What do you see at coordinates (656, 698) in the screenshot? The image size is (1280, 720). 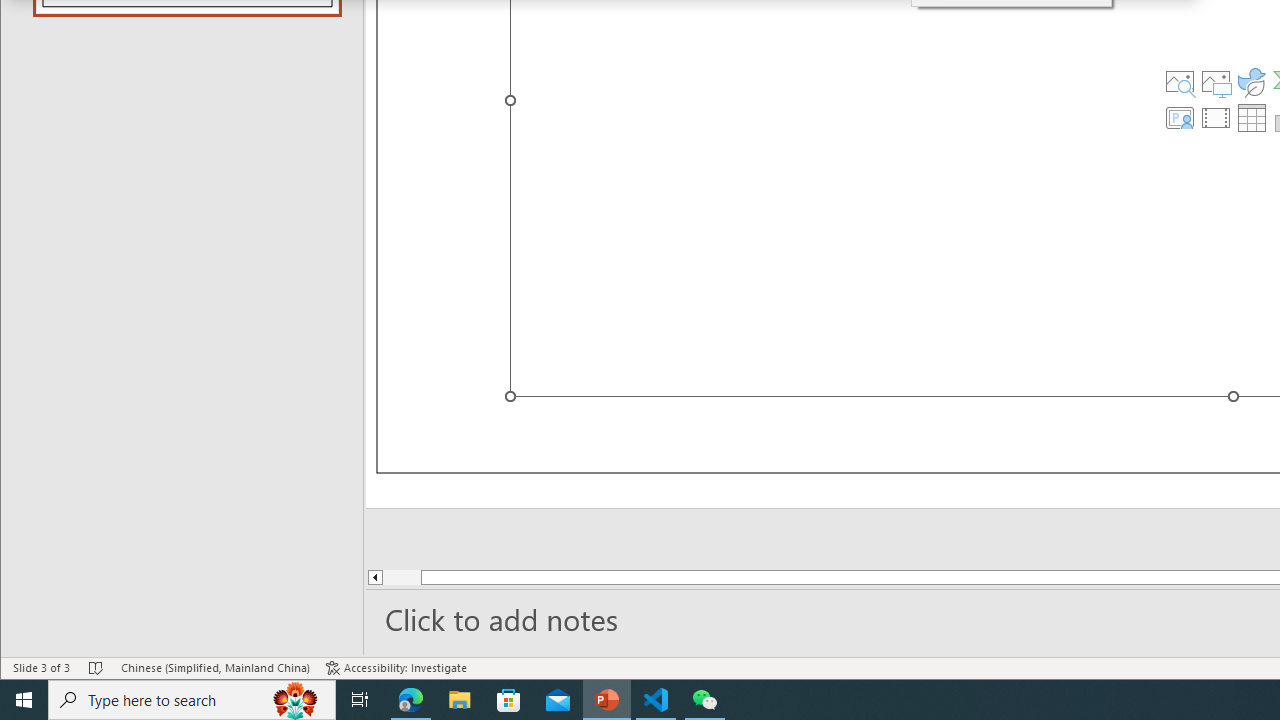 I see `'Visual Studio Code - 1 running window'` at bounding box center [656, 698].